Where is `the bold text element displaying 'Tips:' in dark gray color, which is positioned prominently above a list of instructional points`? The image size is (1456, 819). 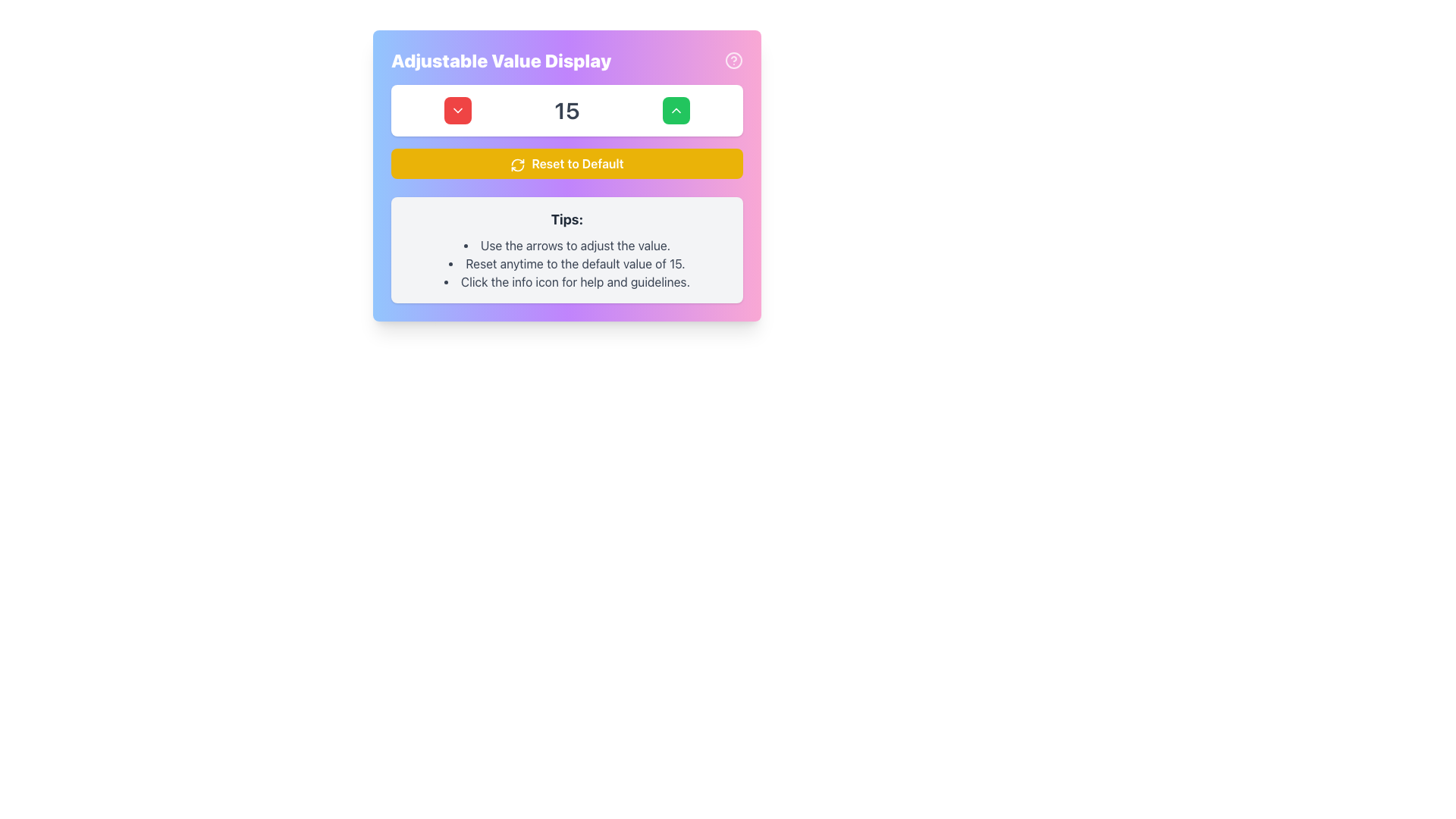 the bold text element displaying 'Tips:' in dark gray color, which is positioned prominently above a list of instructional points is located at coordinates (566, 219).